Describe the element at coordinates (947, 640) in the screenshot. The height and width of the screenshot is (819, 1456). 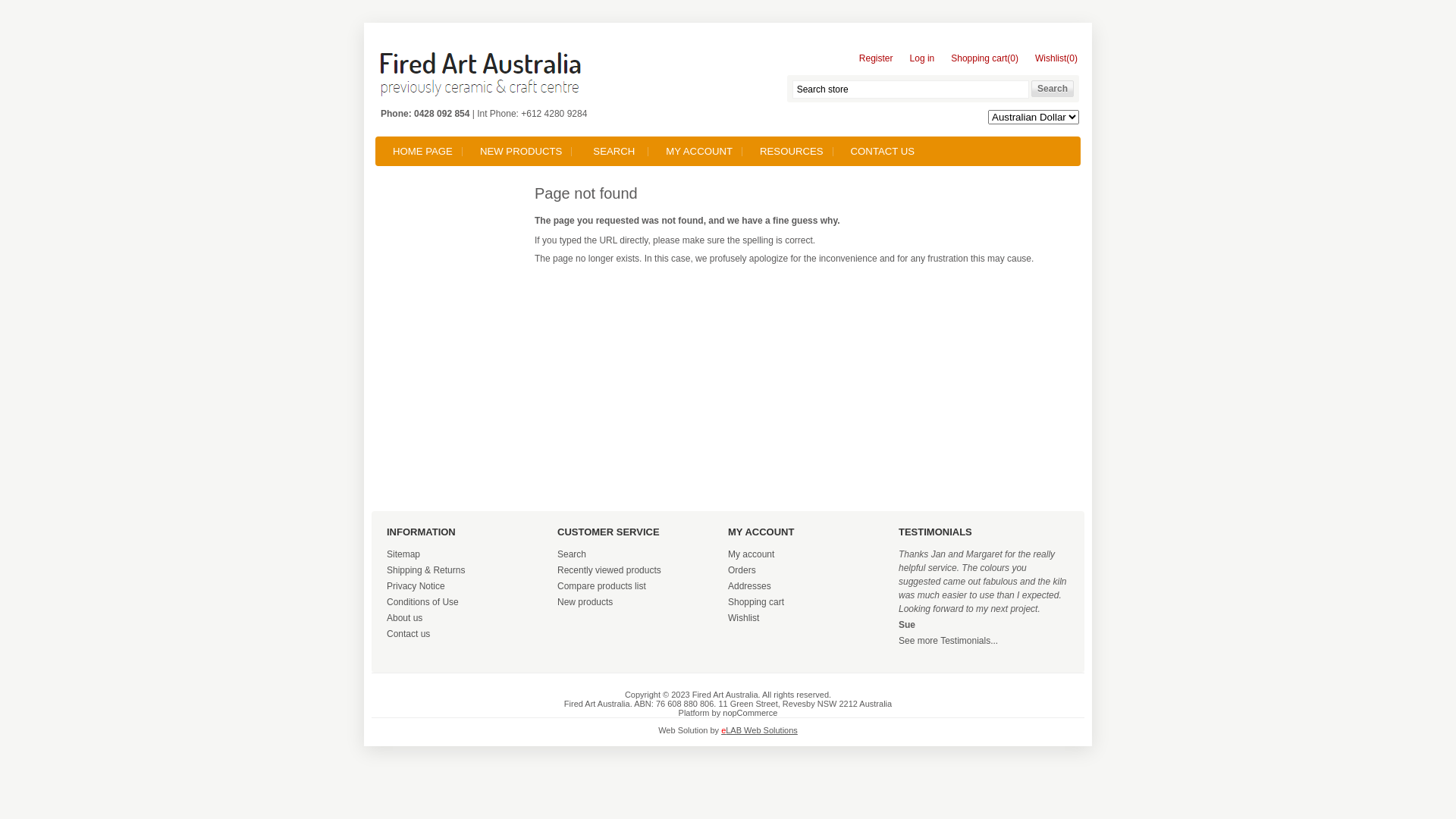
I see `'See more Testimonials...'` at that location.